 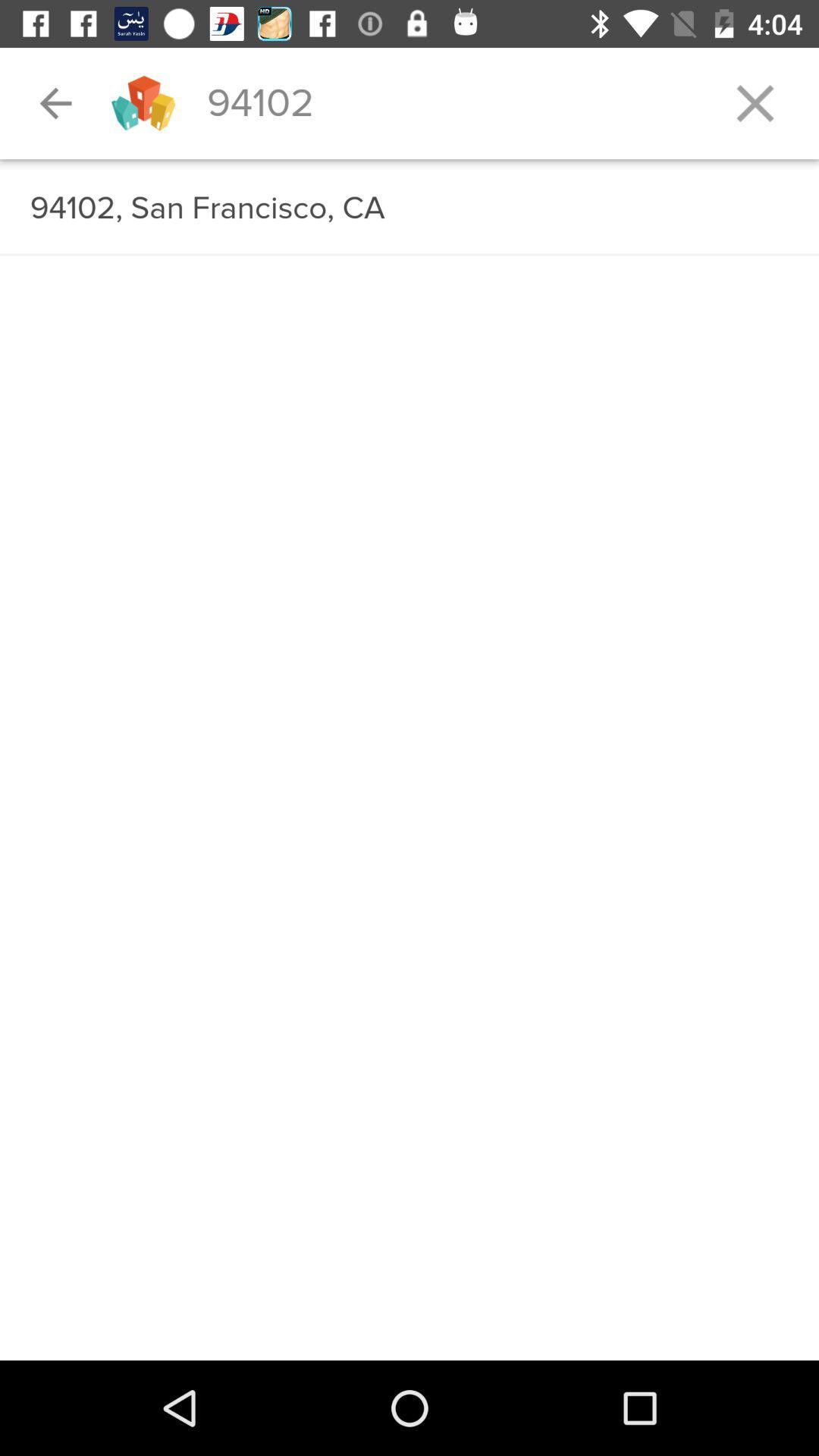 I want to click on the icon at the top right corner, so click(x=755, y=102).